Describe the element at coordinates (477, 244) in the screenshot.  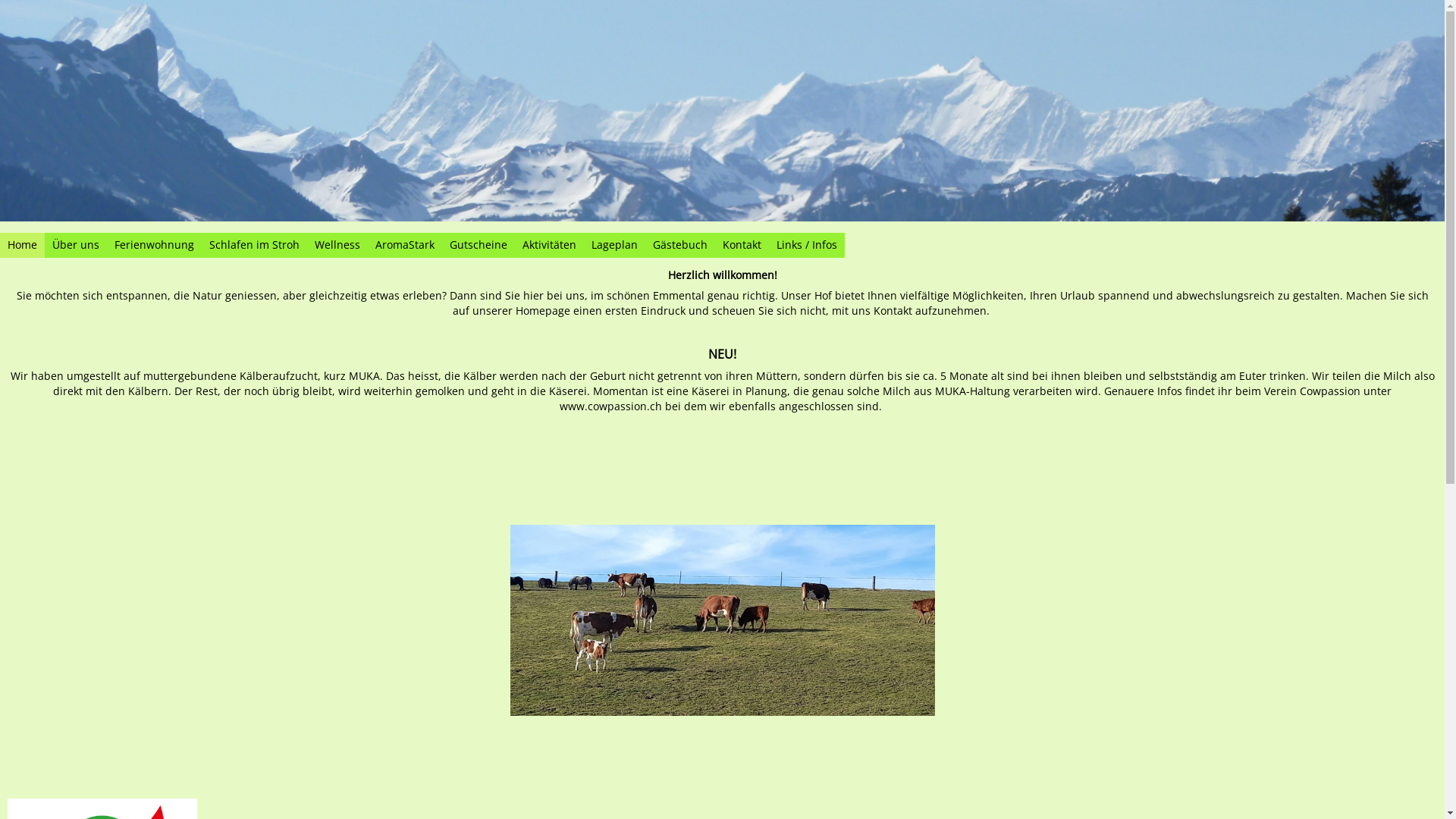
I see `'Gutscheine'` at that location.